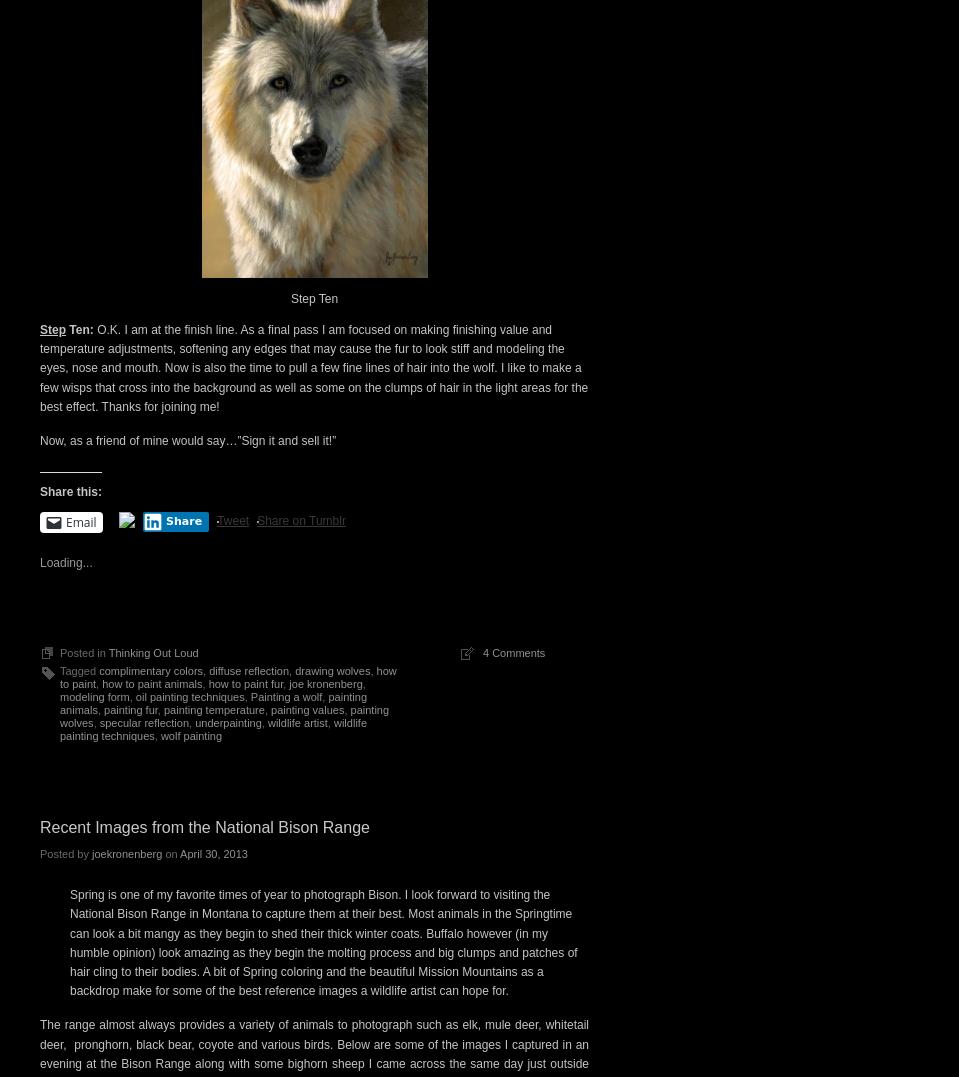 The width and height of the screenshot is (959, 1077). I want to click on 'Posted in', so click(82, 652).